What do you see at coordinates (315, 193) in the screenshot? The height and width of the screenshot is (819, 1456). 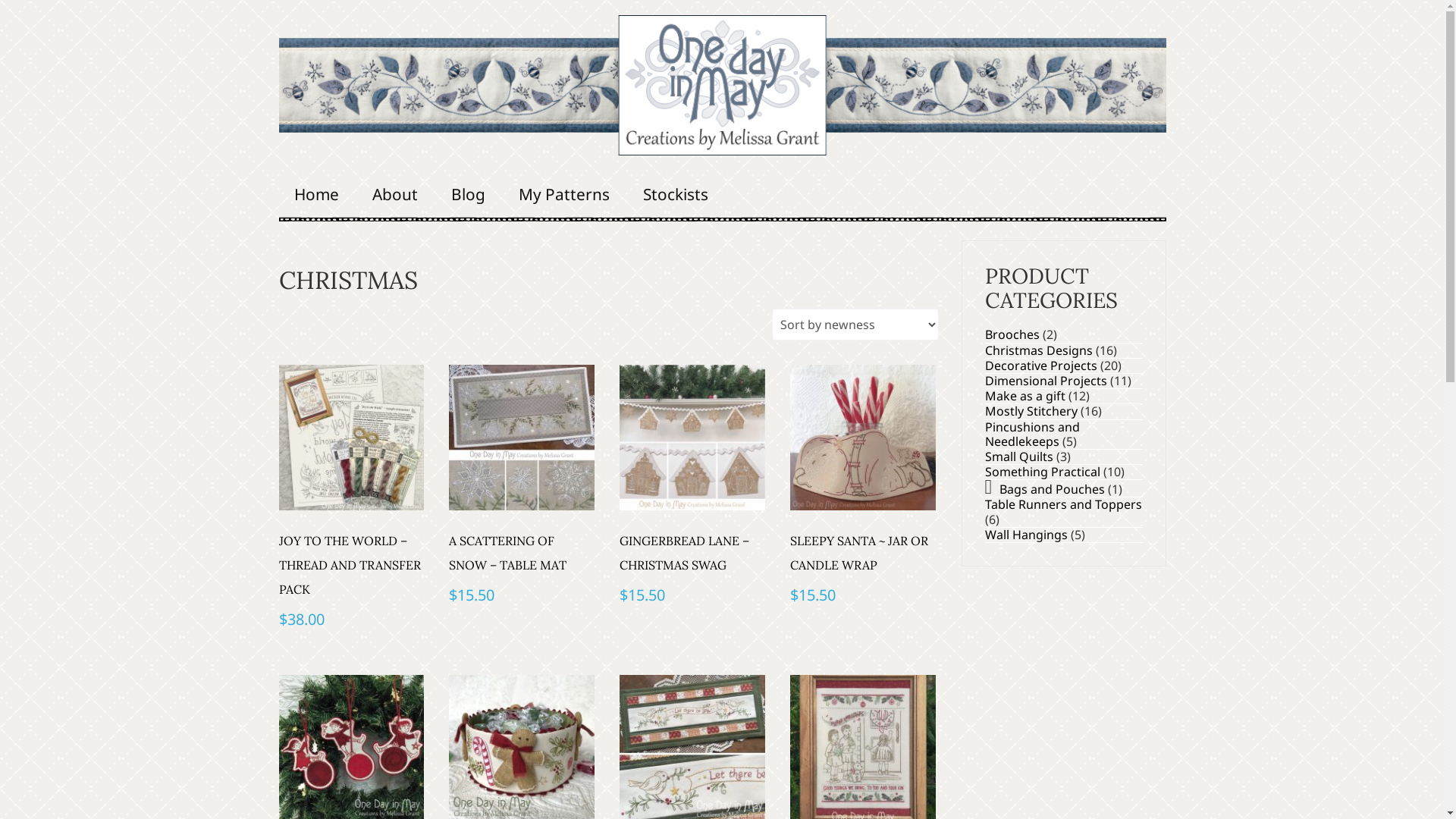 I see `'Home'` at bounding box center [315, 193].